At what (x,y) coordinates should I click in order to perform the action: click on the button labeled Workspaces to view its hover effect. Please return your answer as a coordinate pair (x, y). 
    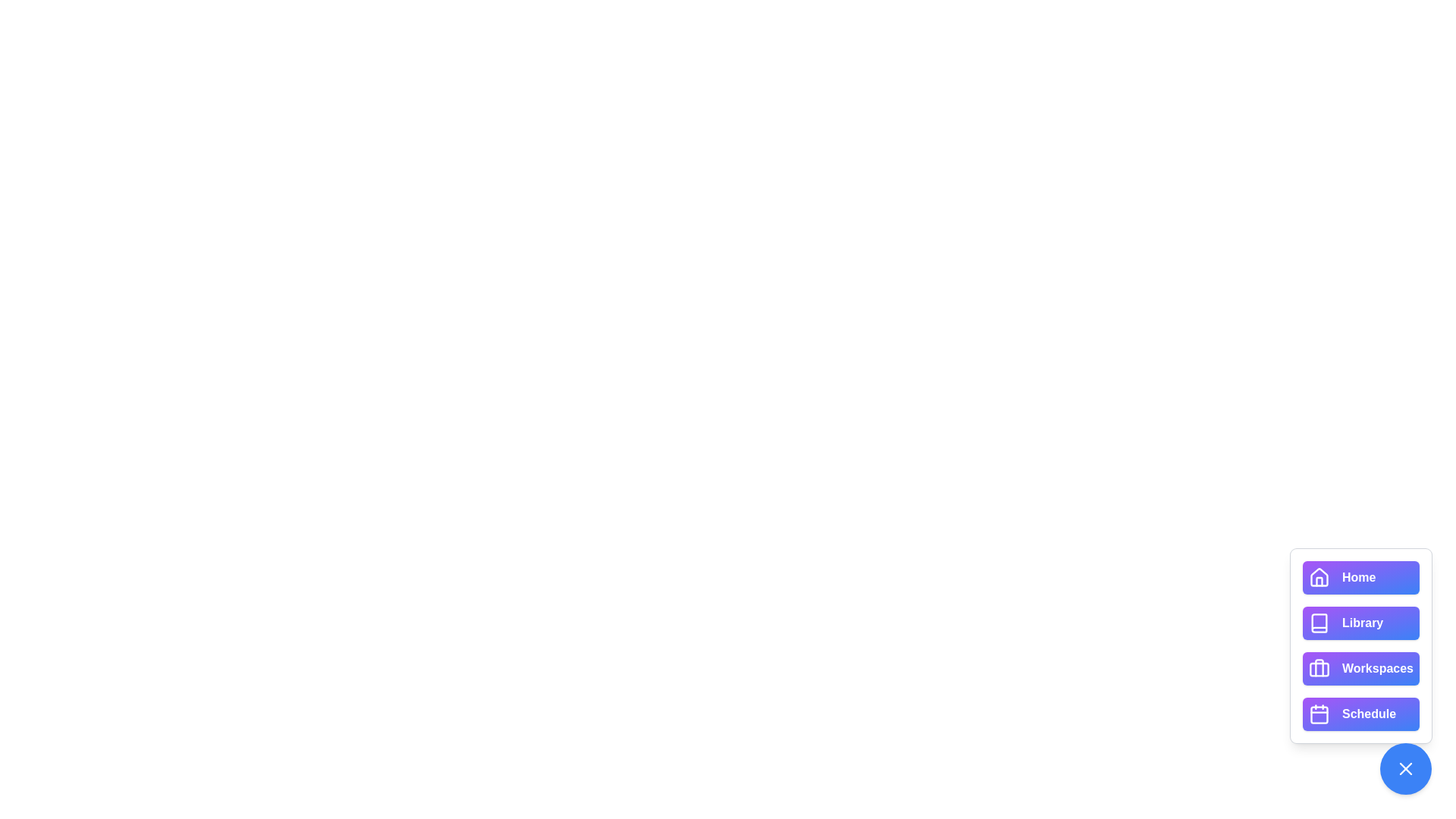
    Looking at the image, I should click on (1361, 668).